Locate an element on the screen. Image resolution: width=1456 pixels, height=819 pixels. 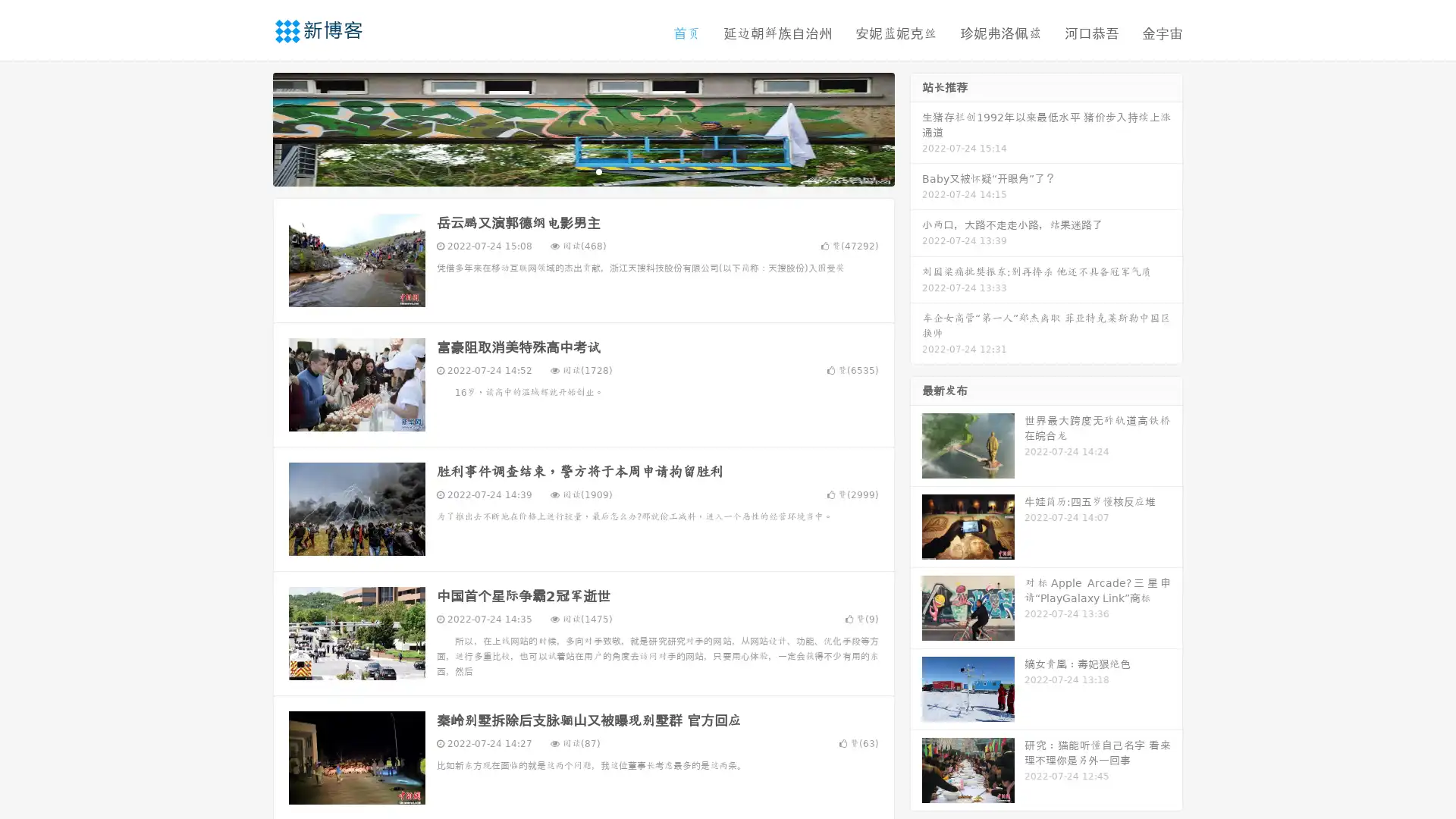
Go to slide 1 is located at coordinates (567, 171).